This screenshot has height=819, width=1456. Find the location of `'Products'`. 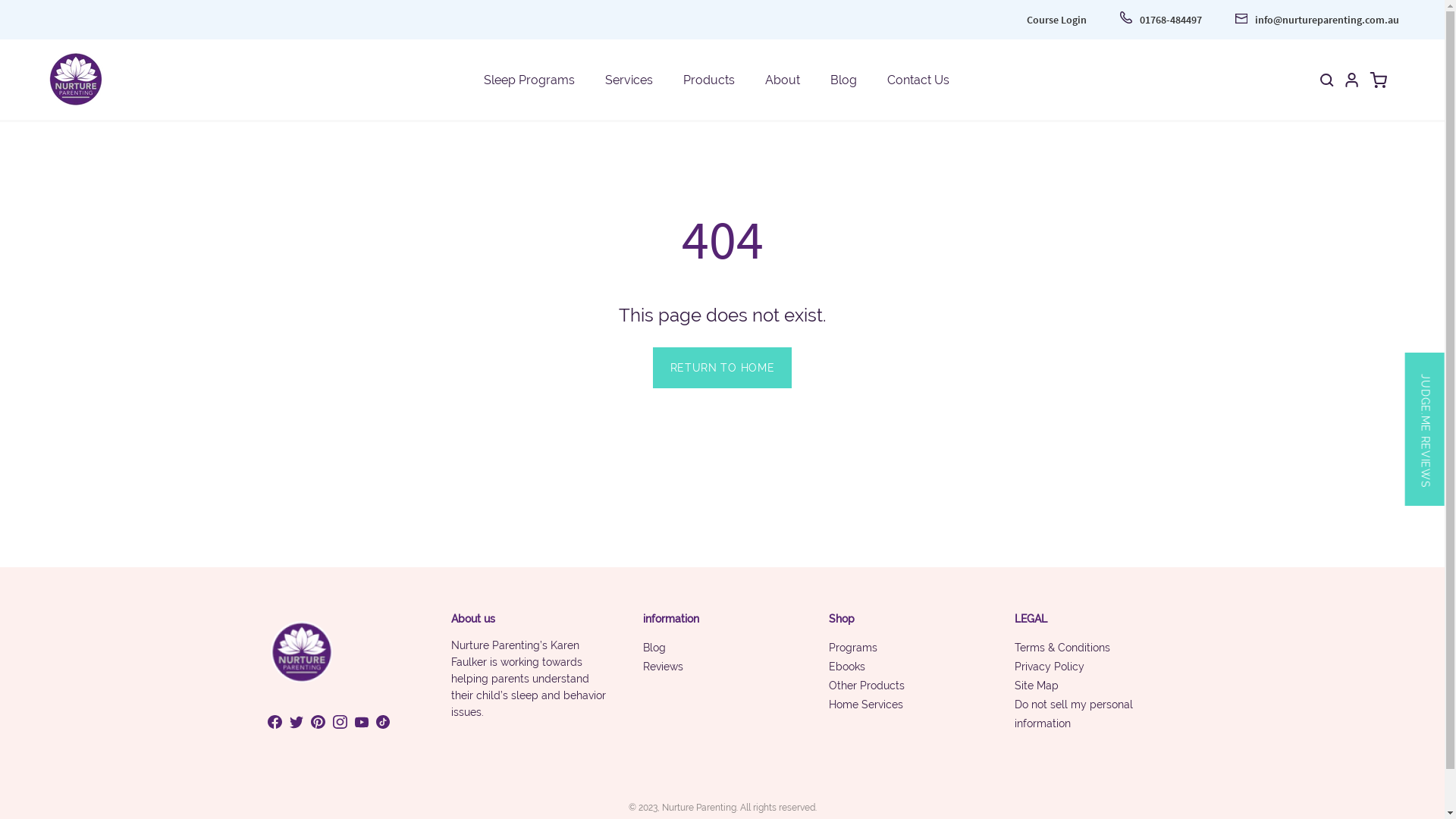

'Products' is located at coordinates (708, 79).